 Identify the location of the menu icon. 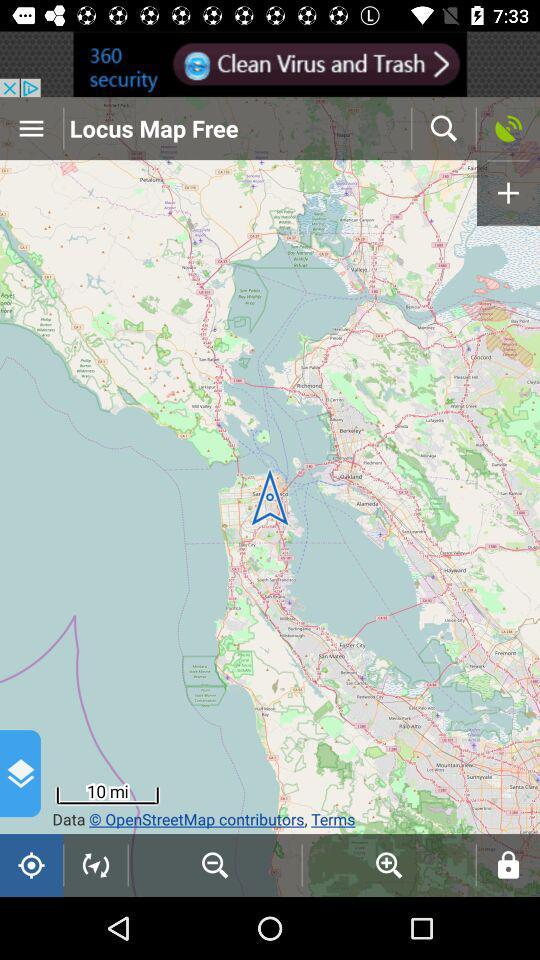
(30, 127).